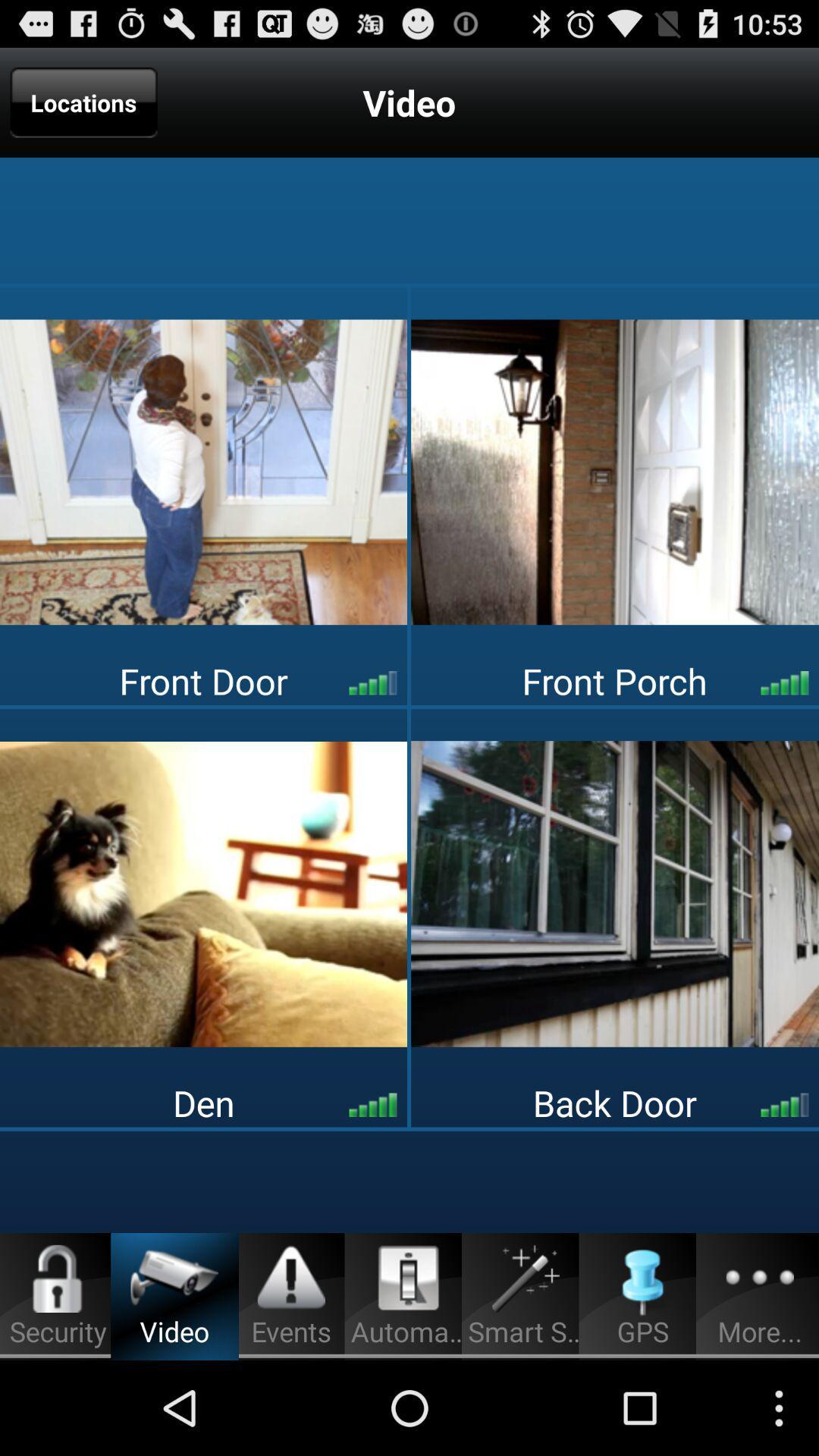  What do you see at coordinates (202, 894) in the screenshot?
I see `the app above the den app` at bounding box center [202, 894].